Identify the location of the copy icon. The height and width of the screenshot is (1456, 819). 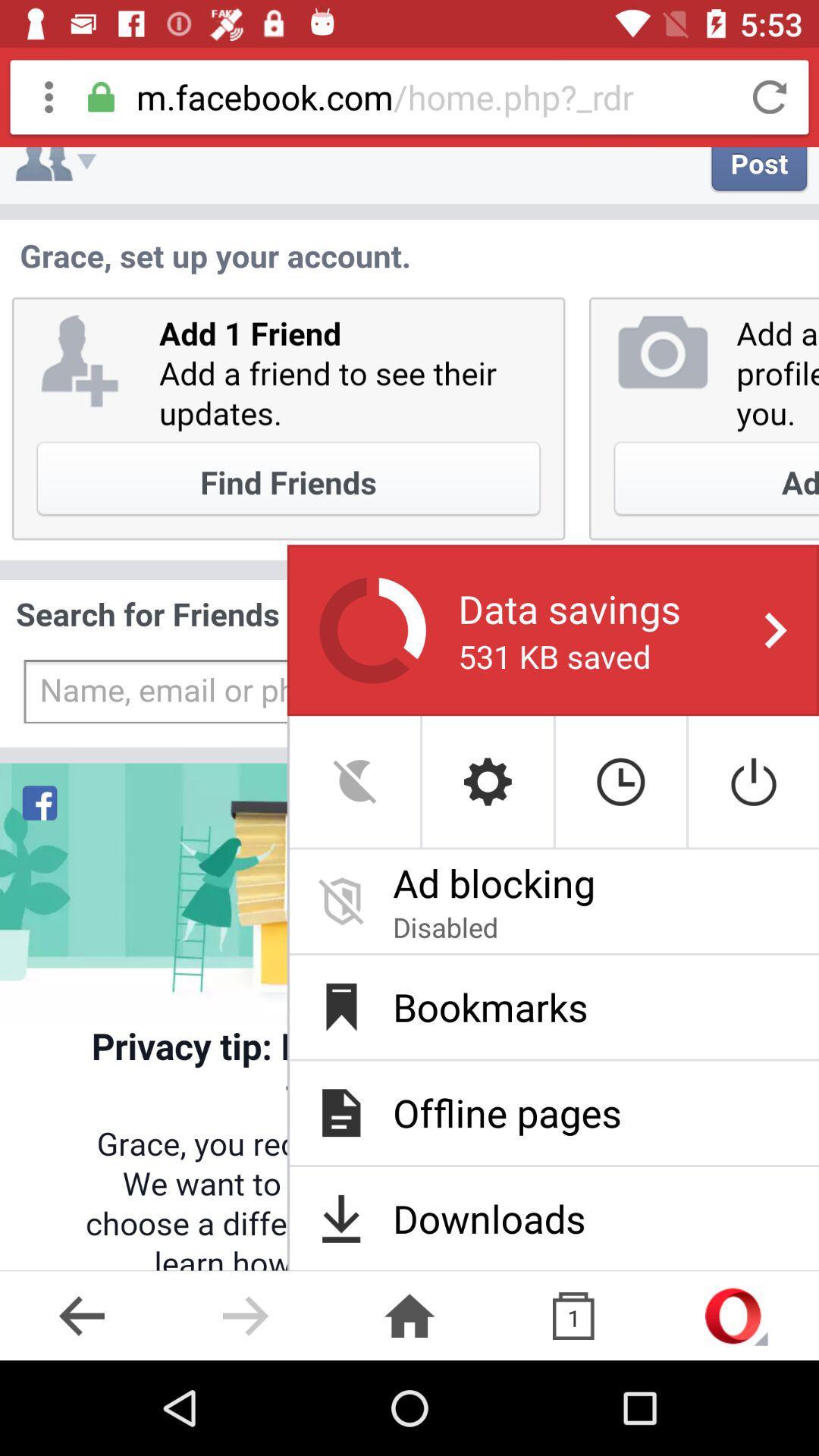
(573, 1315).